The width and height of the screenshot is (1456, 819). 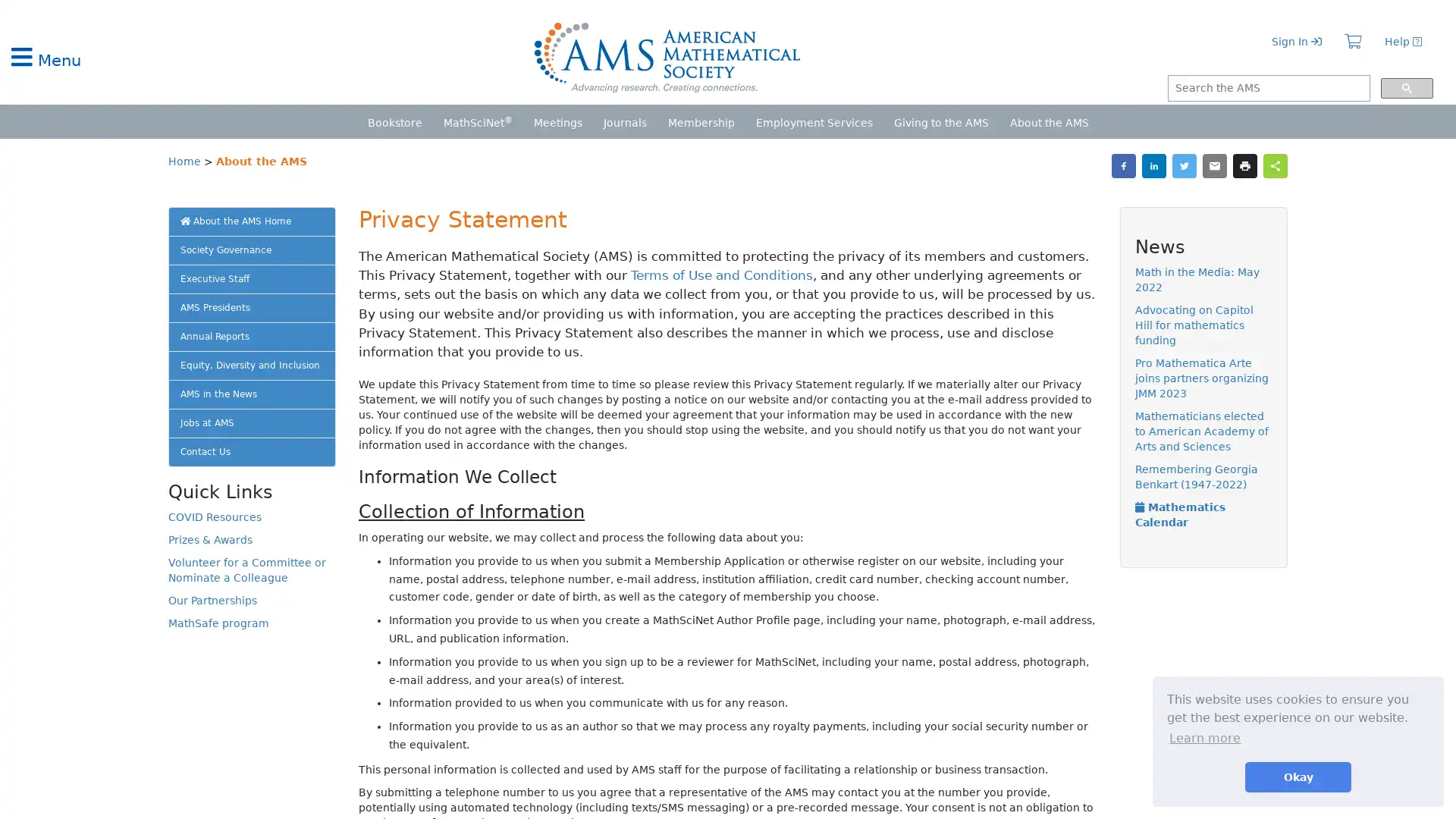 What do you see at coordinates (1203, 737) in the screenshot?
I see `learn more about cookies` at bounding box center [1203, 737].